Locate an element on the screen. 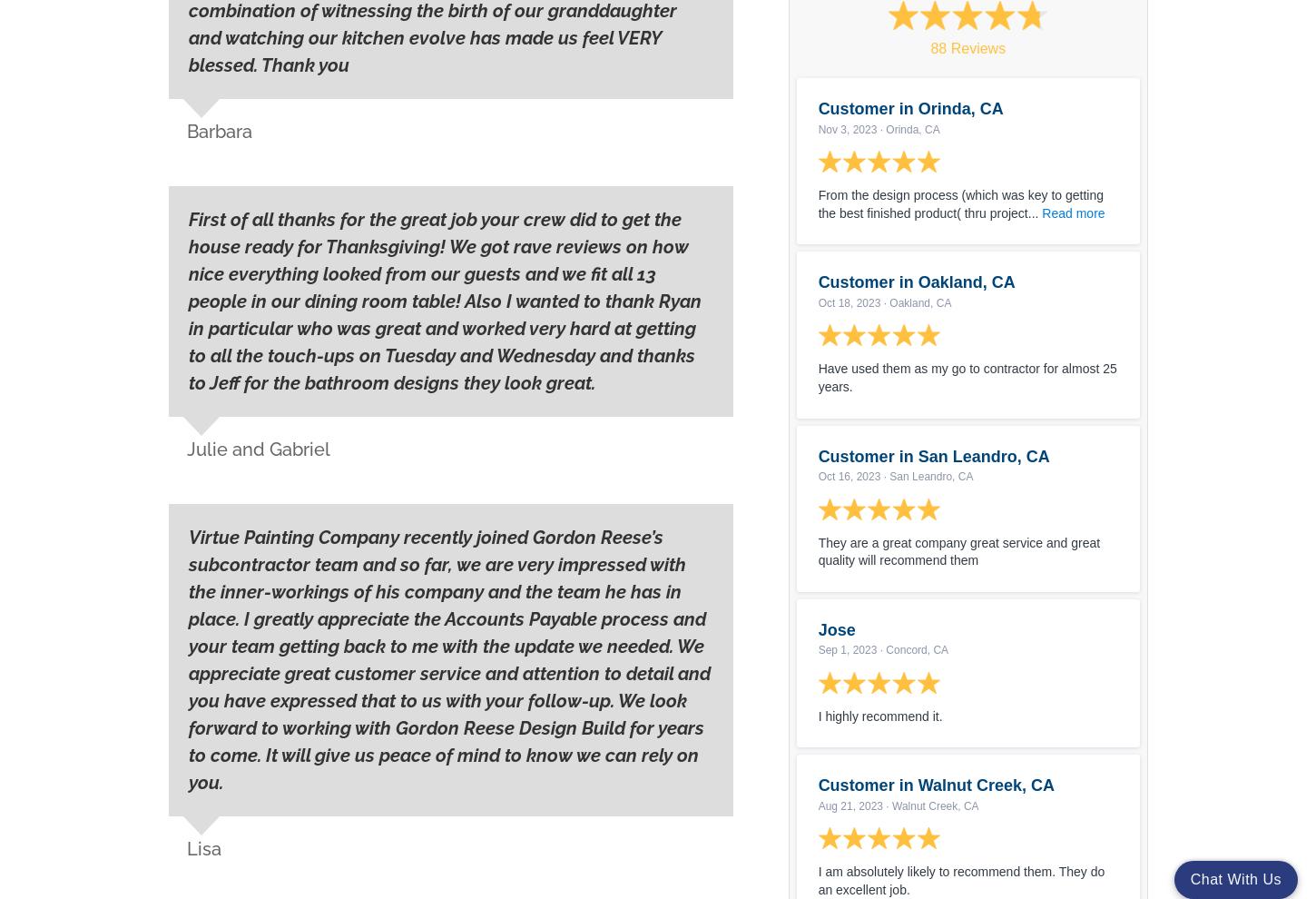  '· Walnut Creek, CA' is located at coordinates (930, 805).